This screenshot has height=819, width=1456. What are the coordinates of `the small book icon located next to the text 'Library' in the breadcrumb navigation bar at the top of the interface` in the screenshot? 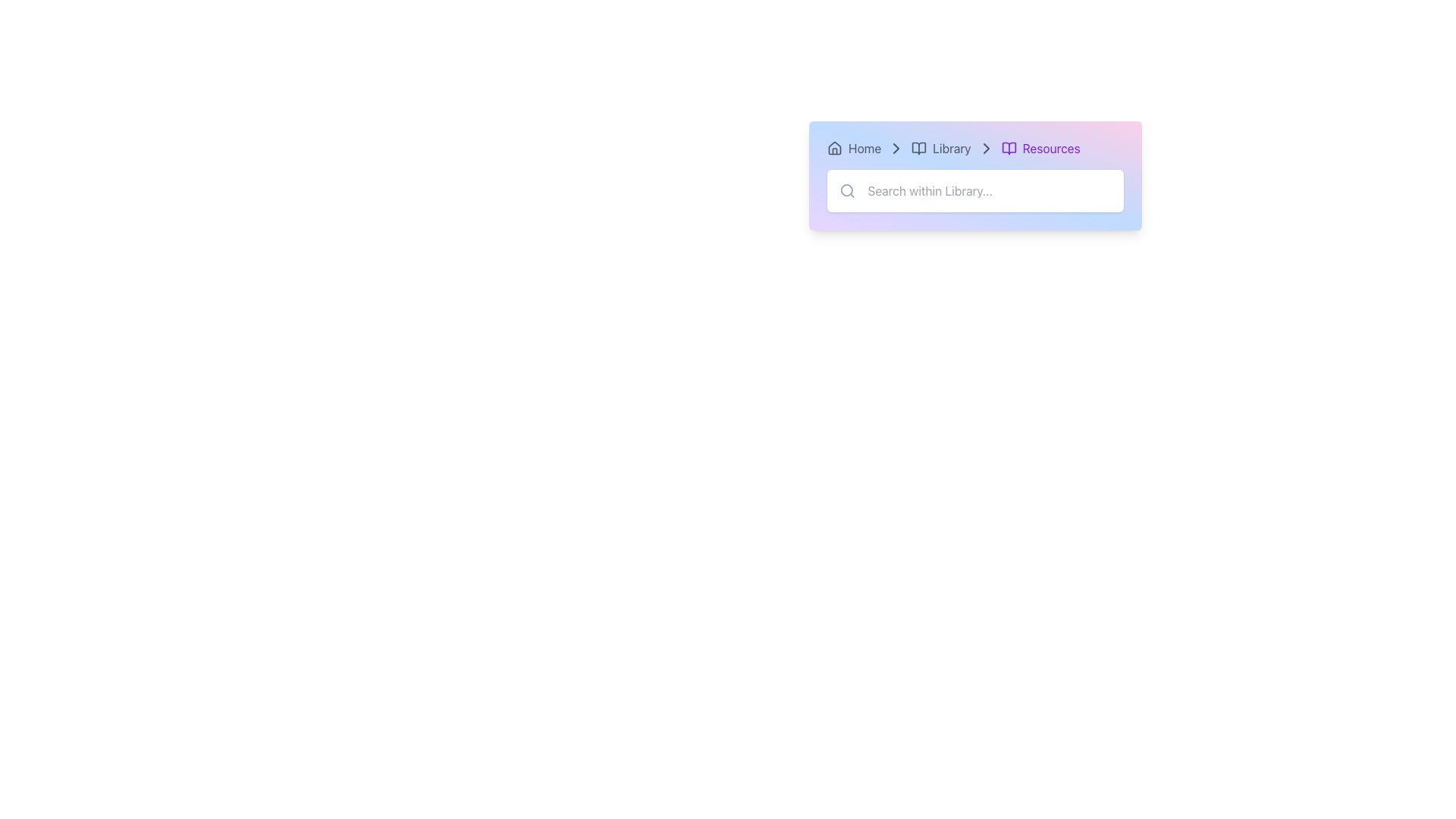 It's located at (918, 149).